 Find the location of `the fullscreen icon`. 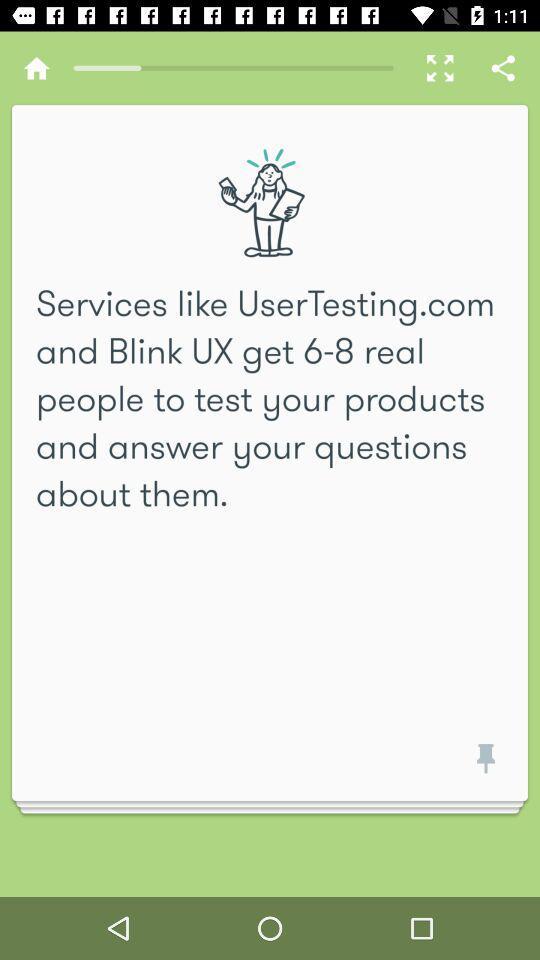

the fullscreen icon is located at coordinates (434, 68).